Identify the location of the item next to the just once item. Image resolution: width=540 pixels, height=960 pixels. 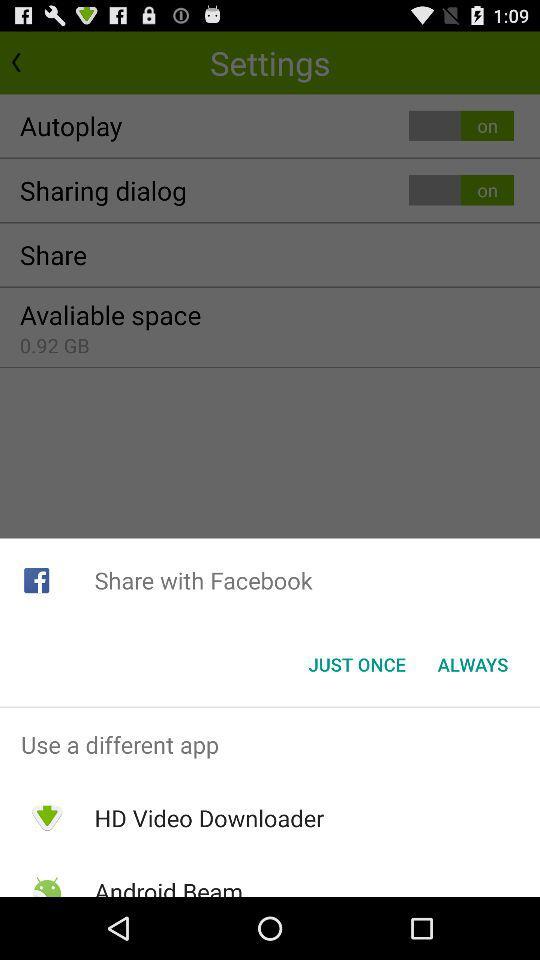
(472, 664).